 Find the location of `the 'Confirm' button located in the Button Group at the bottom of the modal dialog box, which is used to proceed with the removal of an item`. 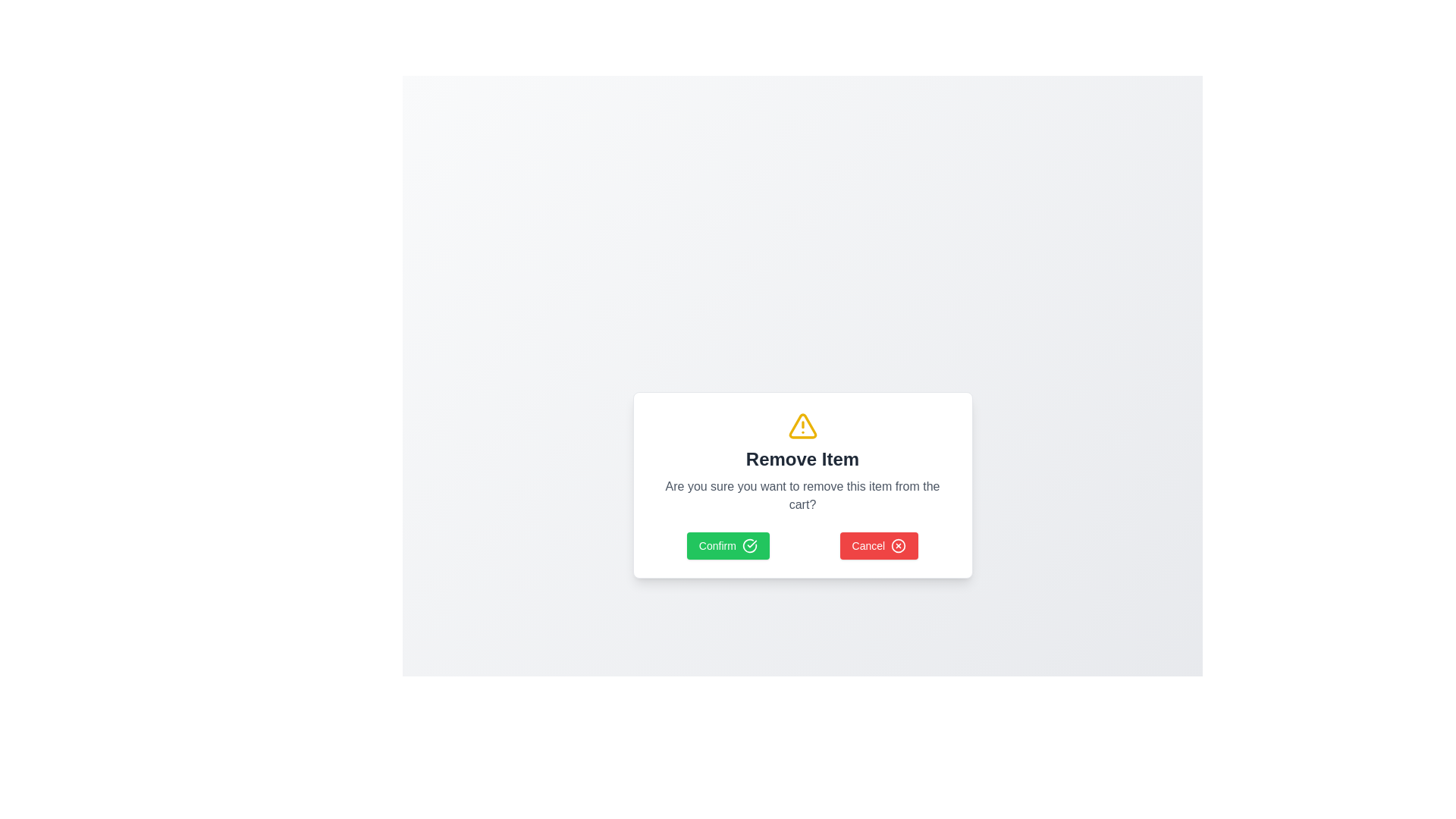

the 'Confirm' button located in the Button Group at the bottom of the modal dialog box, which is used to proceed with the removal of an item is located at coordinates (802, 546).